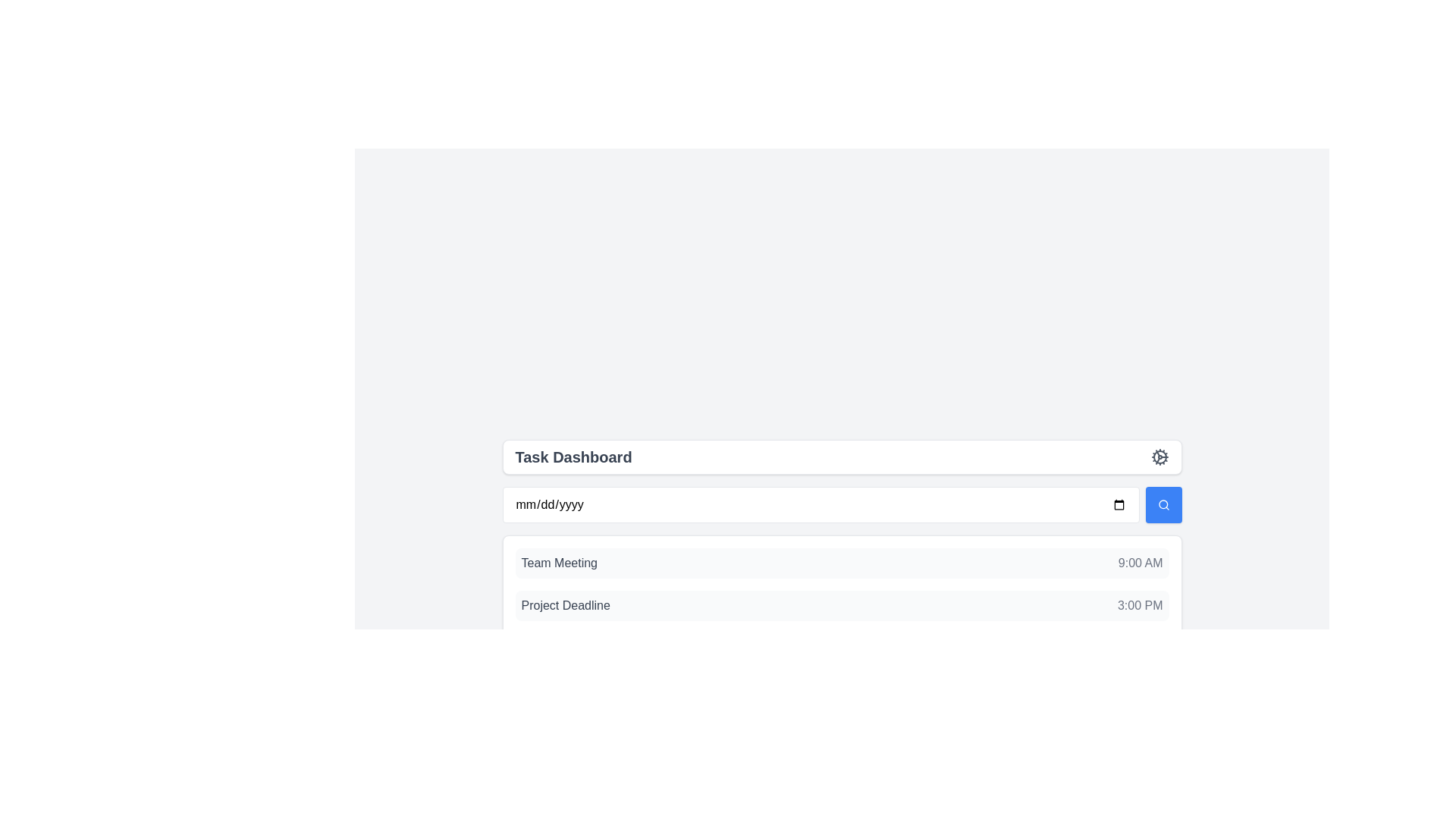  Describe the element at coordinates (820, 505) in the screenshot. I see `the rectangular date input field with a placeholder 'mm/dd/yyyy' to focus on it` at that location.